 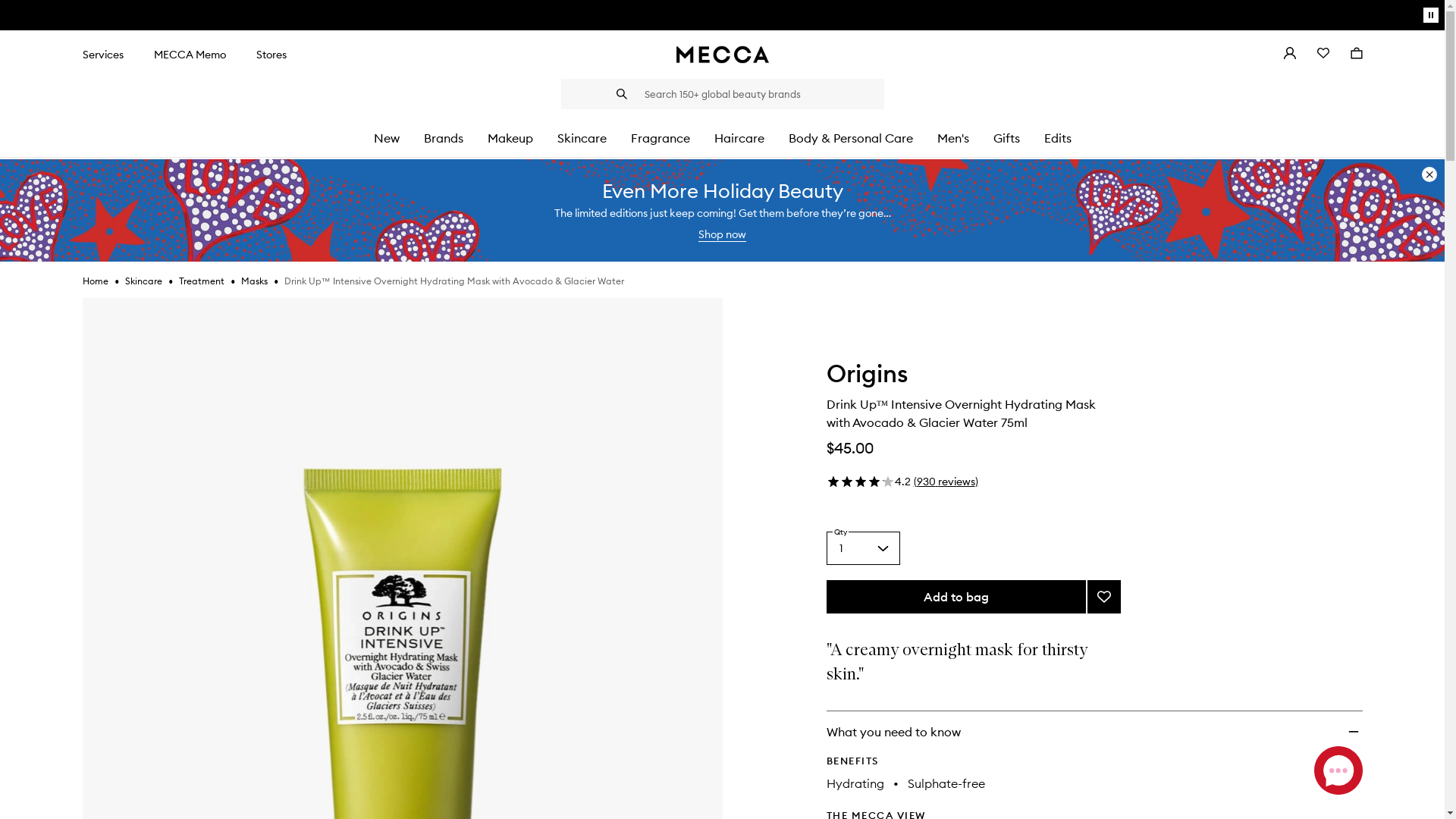 What do you see at coordinates (271, 54) in the screenshot?
I see `'Stores'` at bounding box center [271, 54].